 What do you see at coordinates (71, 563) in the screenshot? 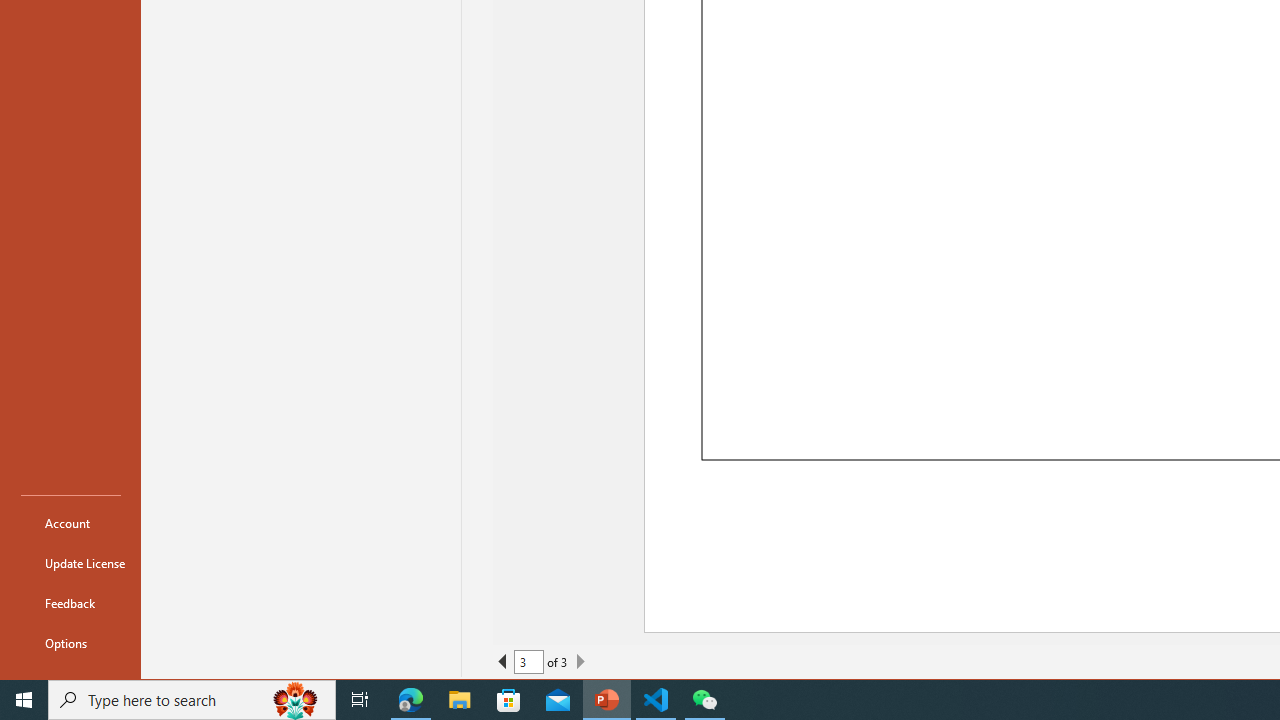
I see `'Update License'` at bounding box center [71, 563].